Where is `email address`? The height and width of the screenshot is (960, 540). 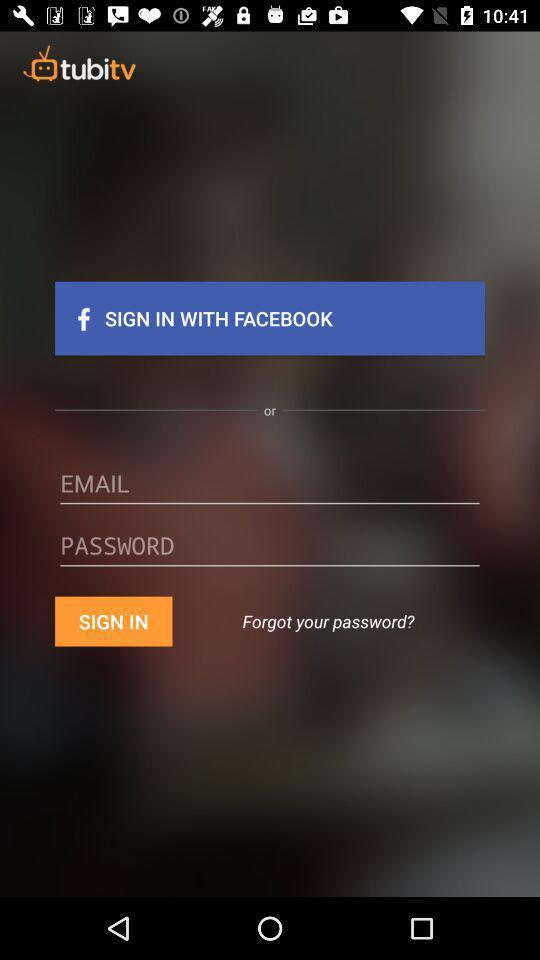 email address is located at coordinates (270, 489).